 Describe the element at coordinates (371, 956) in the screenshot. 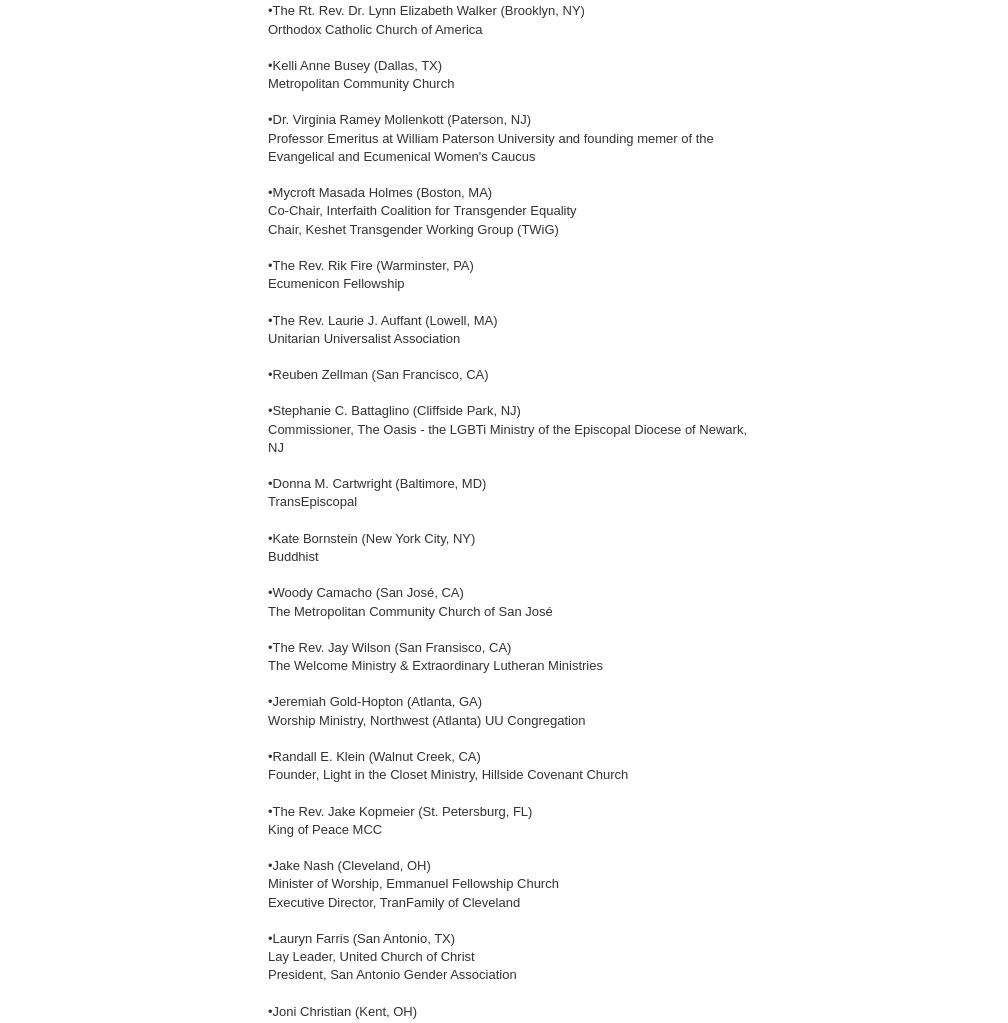

I see `'Lay Leader, United Church of Christ'` at that location.